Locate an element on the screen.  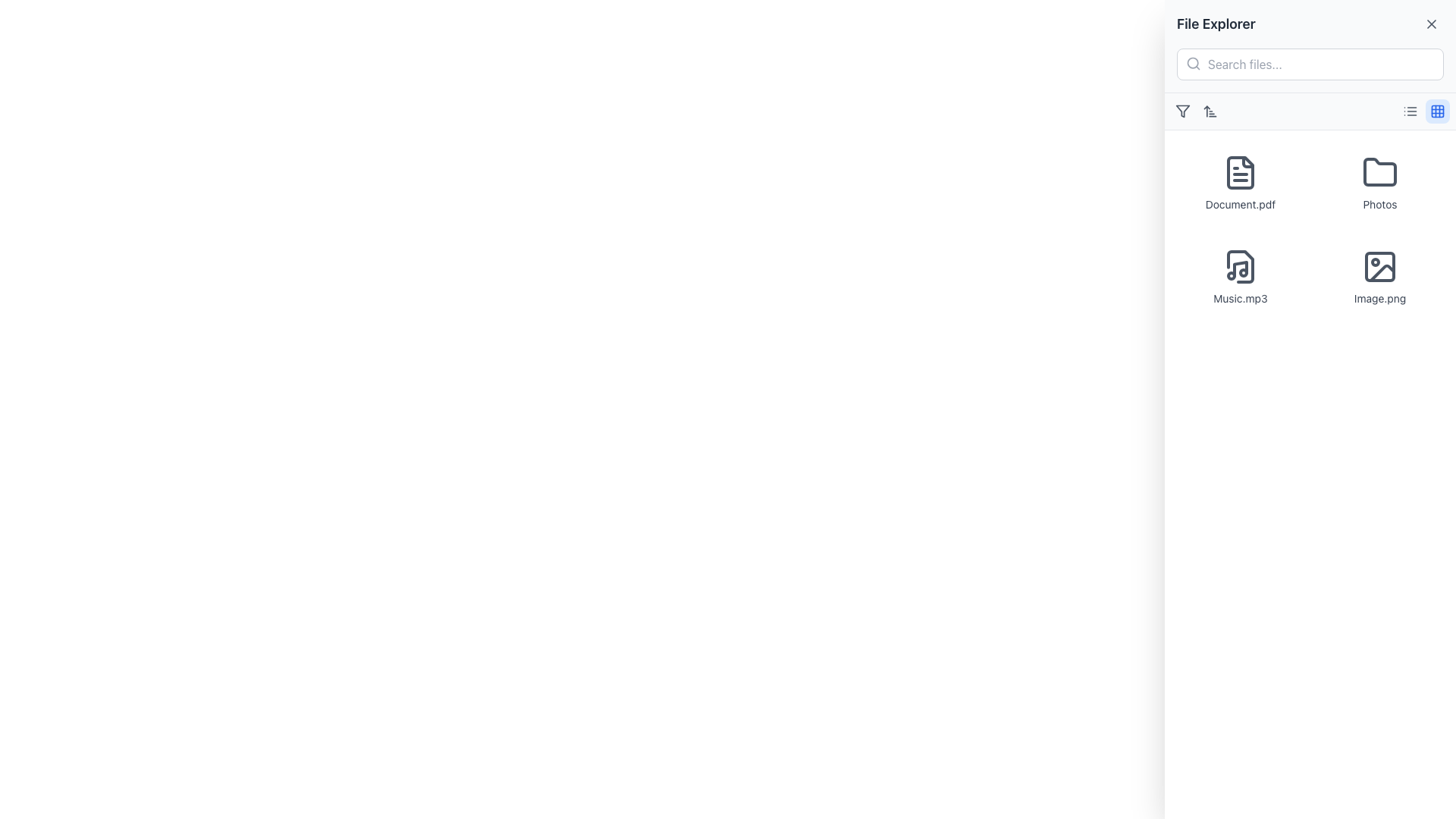
the upward arrow SVG icon in the upper-right menu bar to sort items in ascending order is located at coordinates (1210, 110).